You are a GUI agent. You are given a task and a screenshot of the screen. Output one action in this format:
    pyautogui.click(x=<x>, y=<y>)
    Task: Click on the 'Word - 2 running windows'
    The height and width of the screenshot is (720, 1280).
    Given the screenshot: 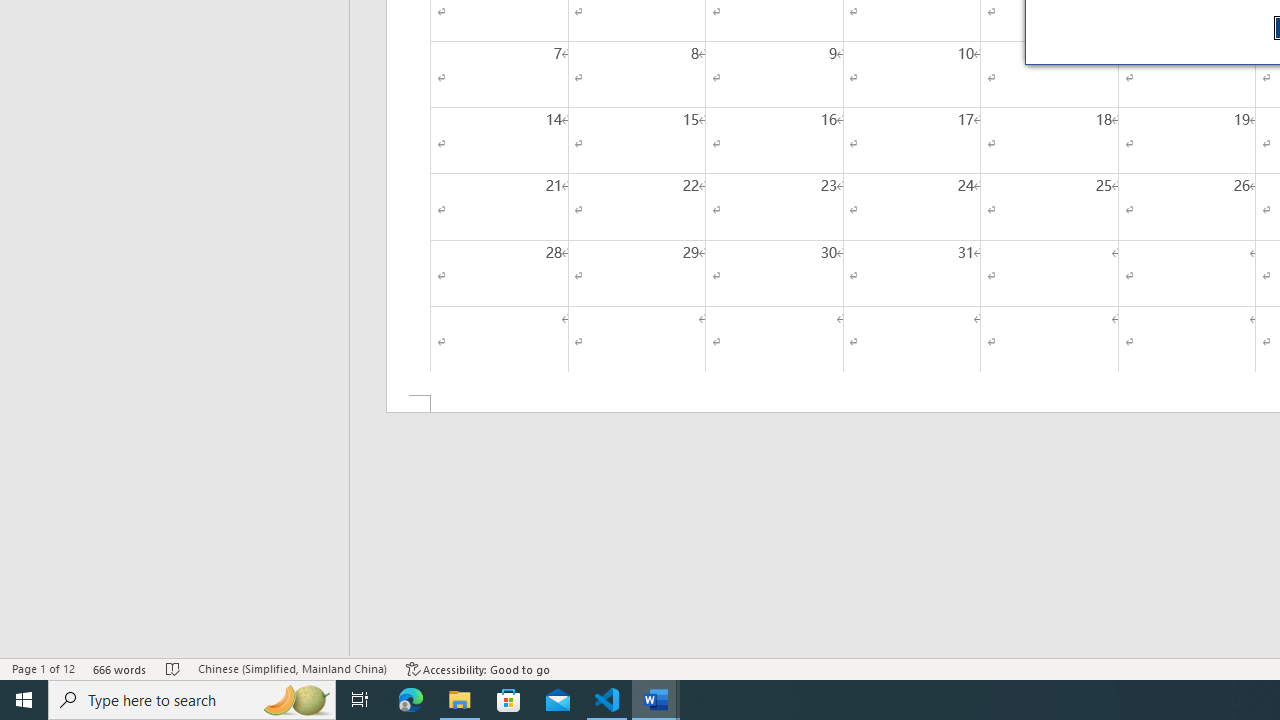 What is the action you would take?
    pyautogui.click(x=656, y=698)
    